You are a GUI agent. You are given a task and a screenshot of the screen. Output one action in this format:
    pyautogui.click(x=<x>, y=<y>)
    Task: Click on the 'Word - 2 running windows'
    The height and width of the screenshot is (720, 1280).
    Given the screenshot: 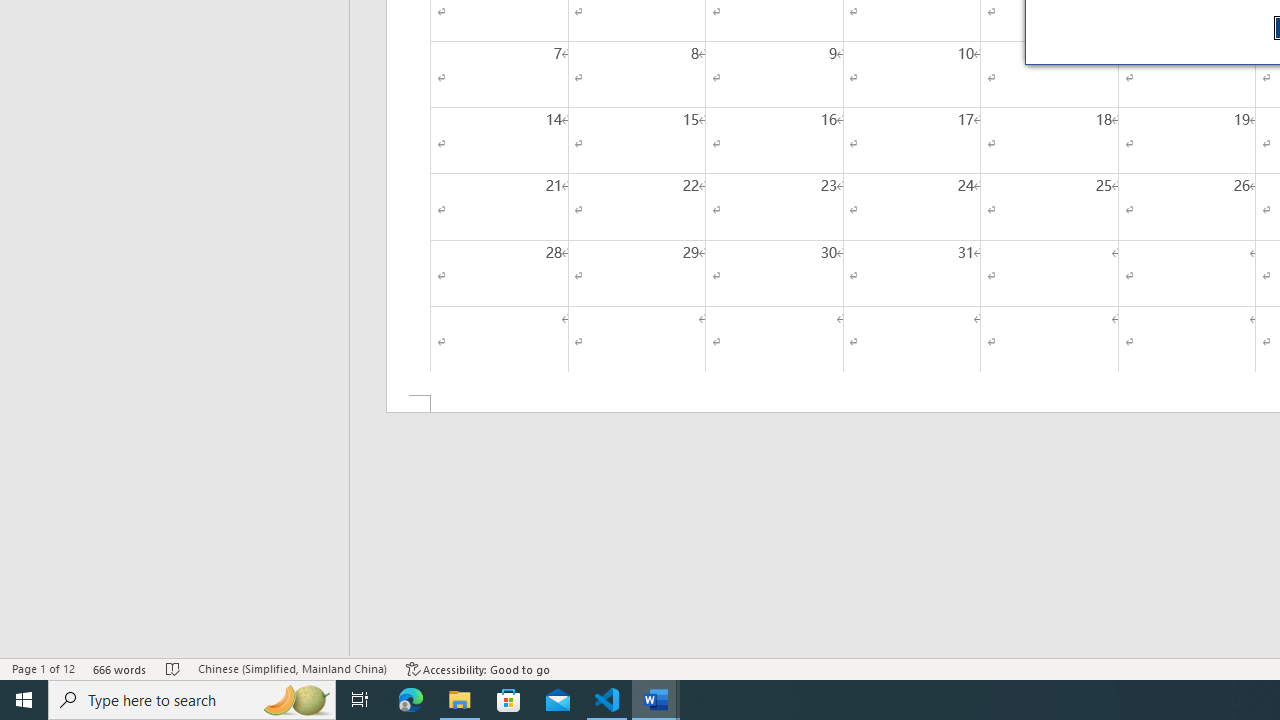 What is the action you would take?
    pyautogui.click(x=656, y=698)
    